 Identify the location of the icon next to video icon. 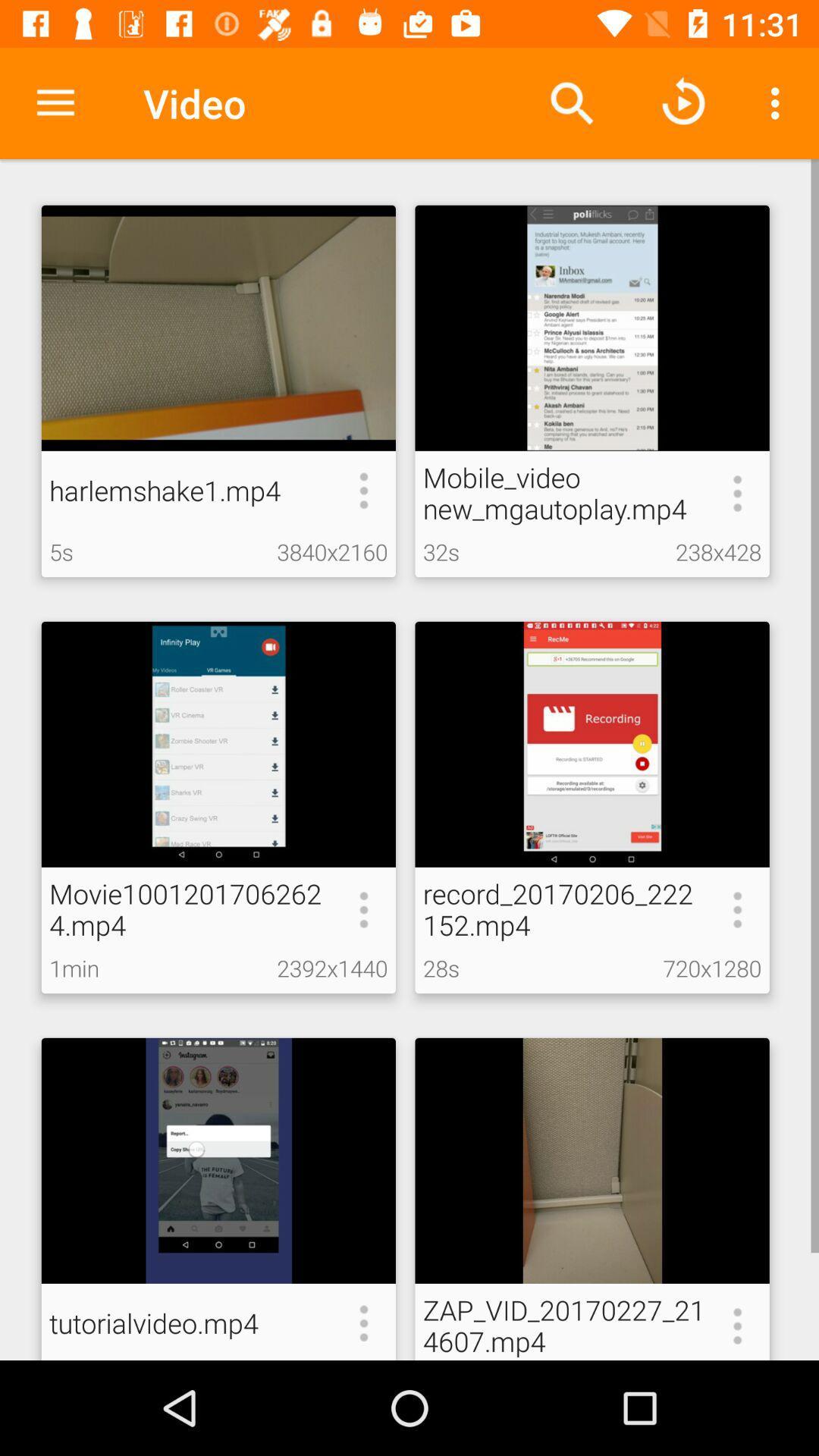
(572, 102).